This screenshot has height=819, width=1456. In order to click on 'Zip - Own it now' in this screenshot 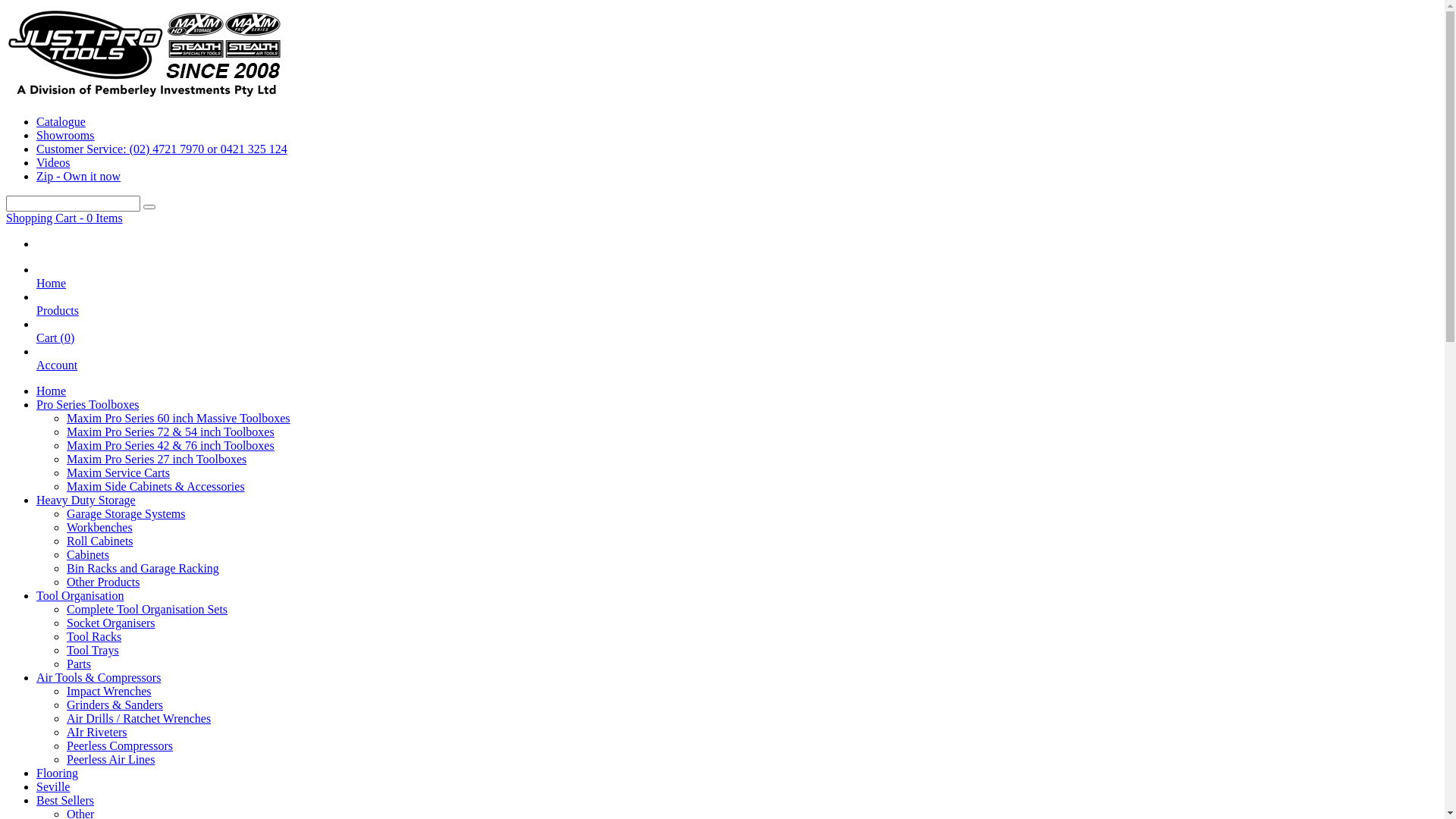, I will do `click(77, 175)`.